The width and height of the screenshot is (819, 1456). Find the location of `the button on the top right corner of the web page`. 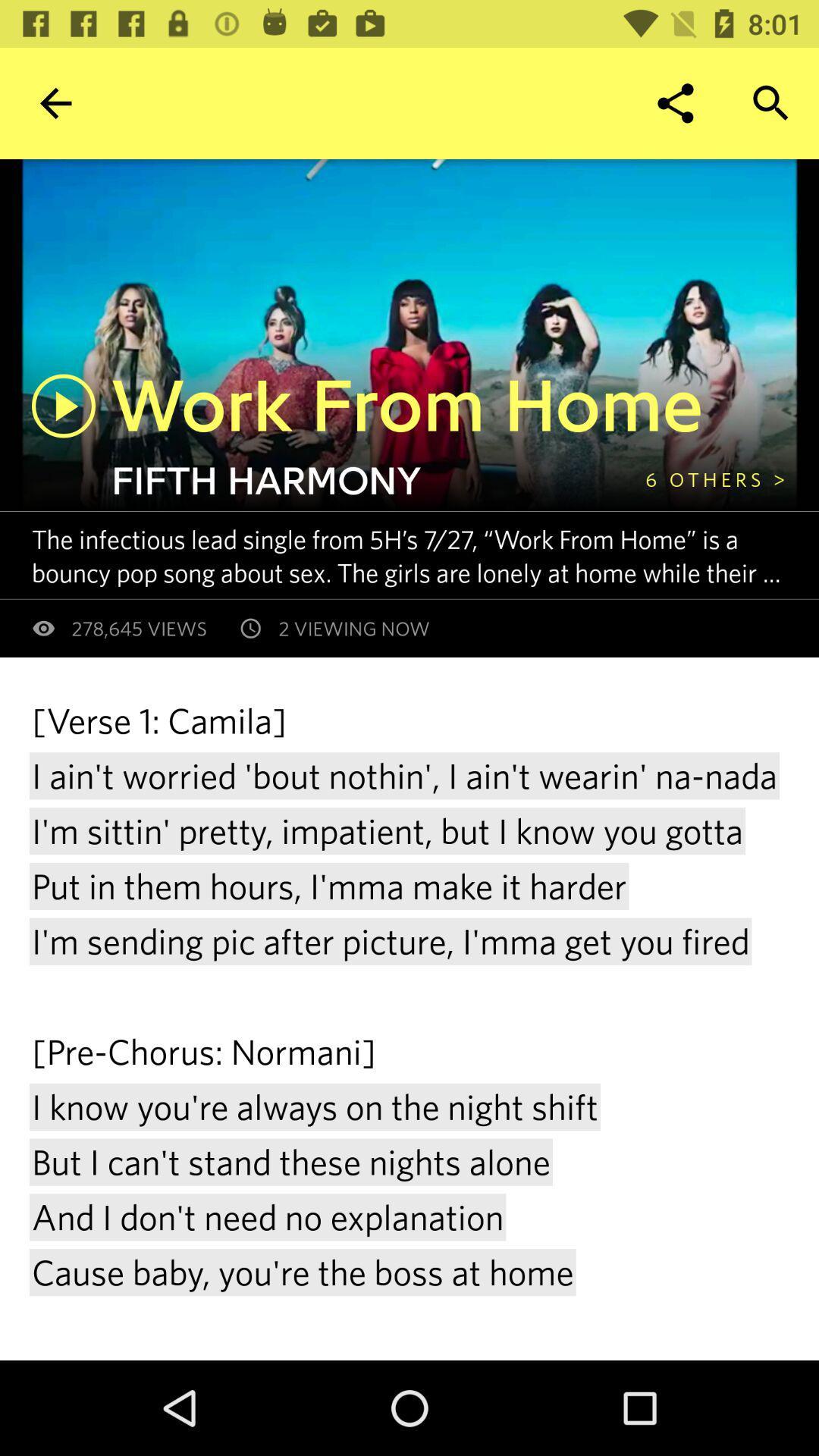

the button on the top right corner of the web page is located at coordinates (771, 103).